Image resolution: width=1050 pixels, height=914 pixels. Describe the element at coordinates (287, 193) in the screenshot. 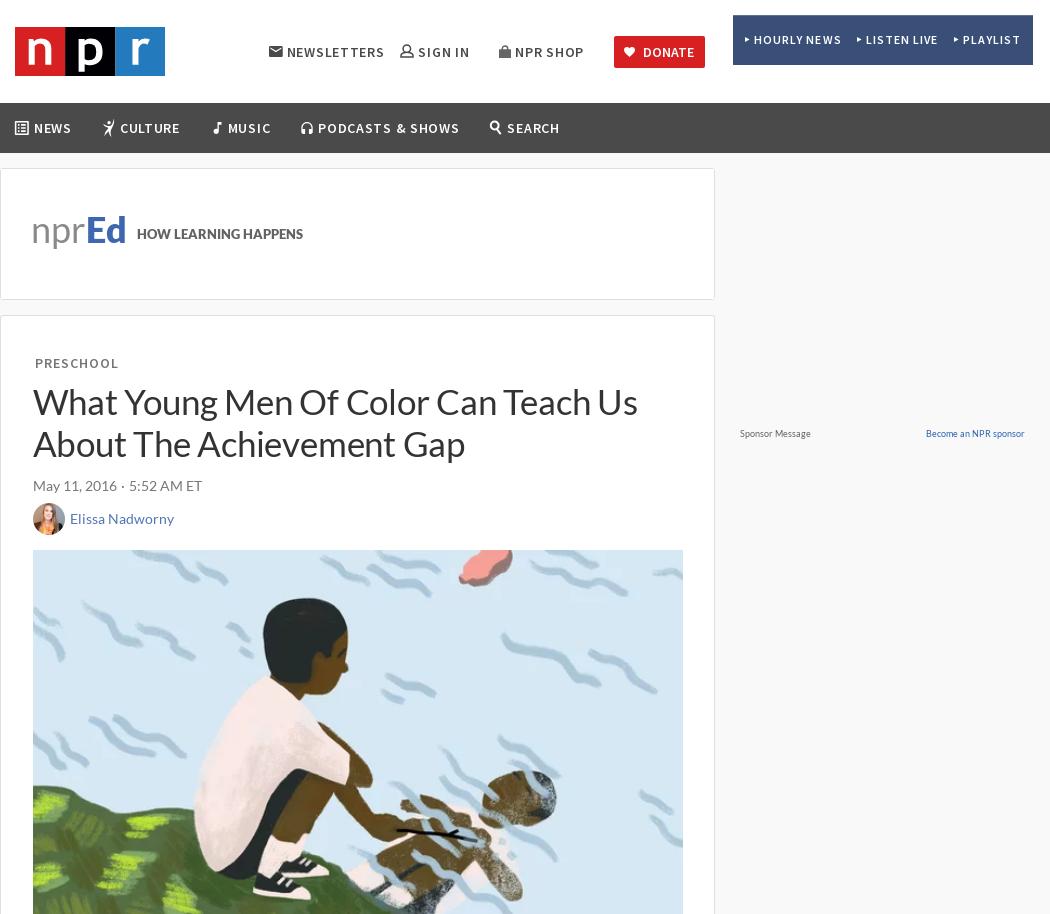

I see `'Movies'` at that location.